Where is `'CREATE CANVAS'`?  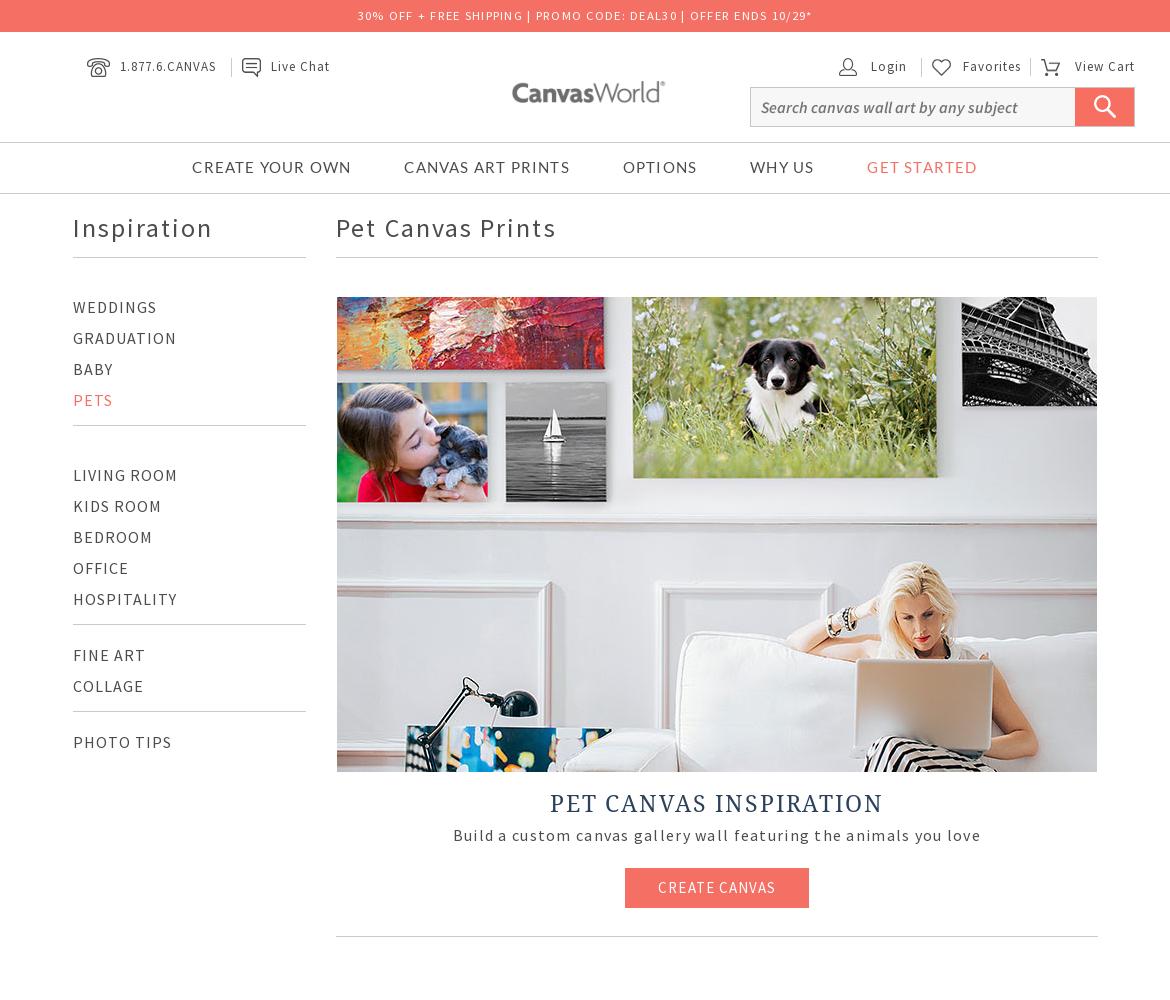
'CREATE CANVAS' is located at coordinates (715, 887).